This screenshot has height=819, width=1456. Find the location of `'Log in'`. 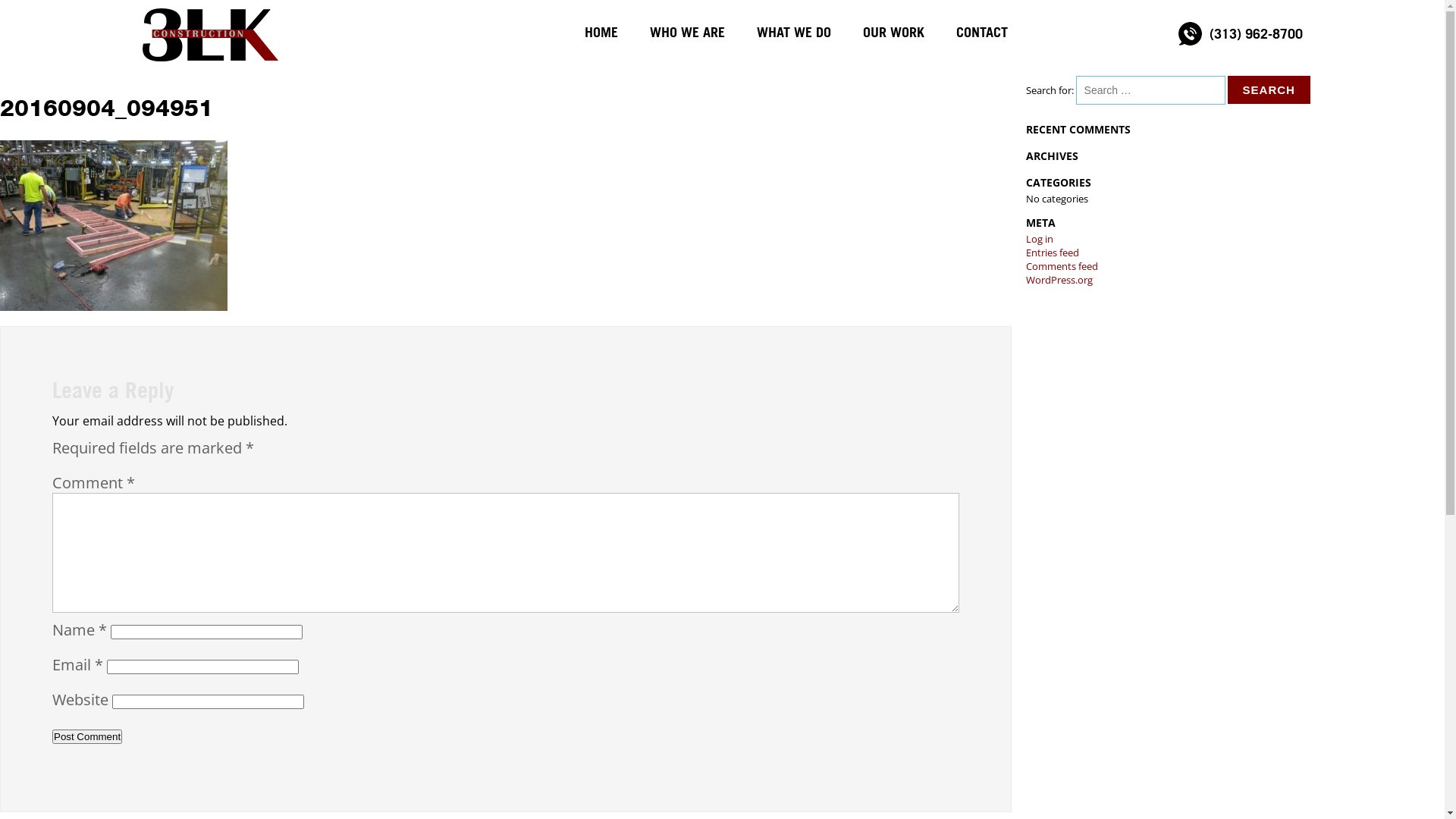

'Log in' is located at coordinates (1026, 239).